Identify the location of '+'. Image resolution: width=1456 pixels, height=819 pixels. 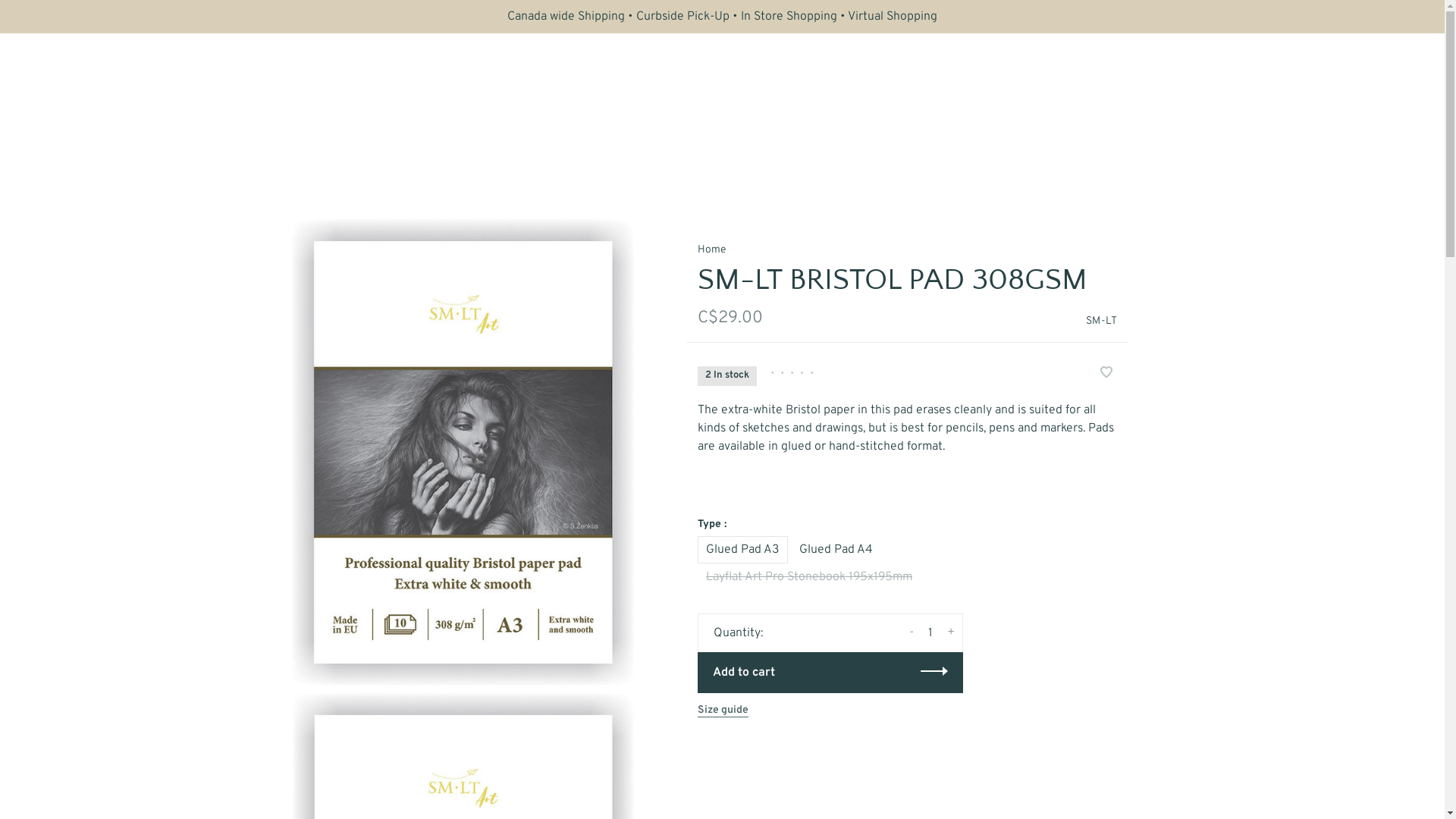
(938, 632).